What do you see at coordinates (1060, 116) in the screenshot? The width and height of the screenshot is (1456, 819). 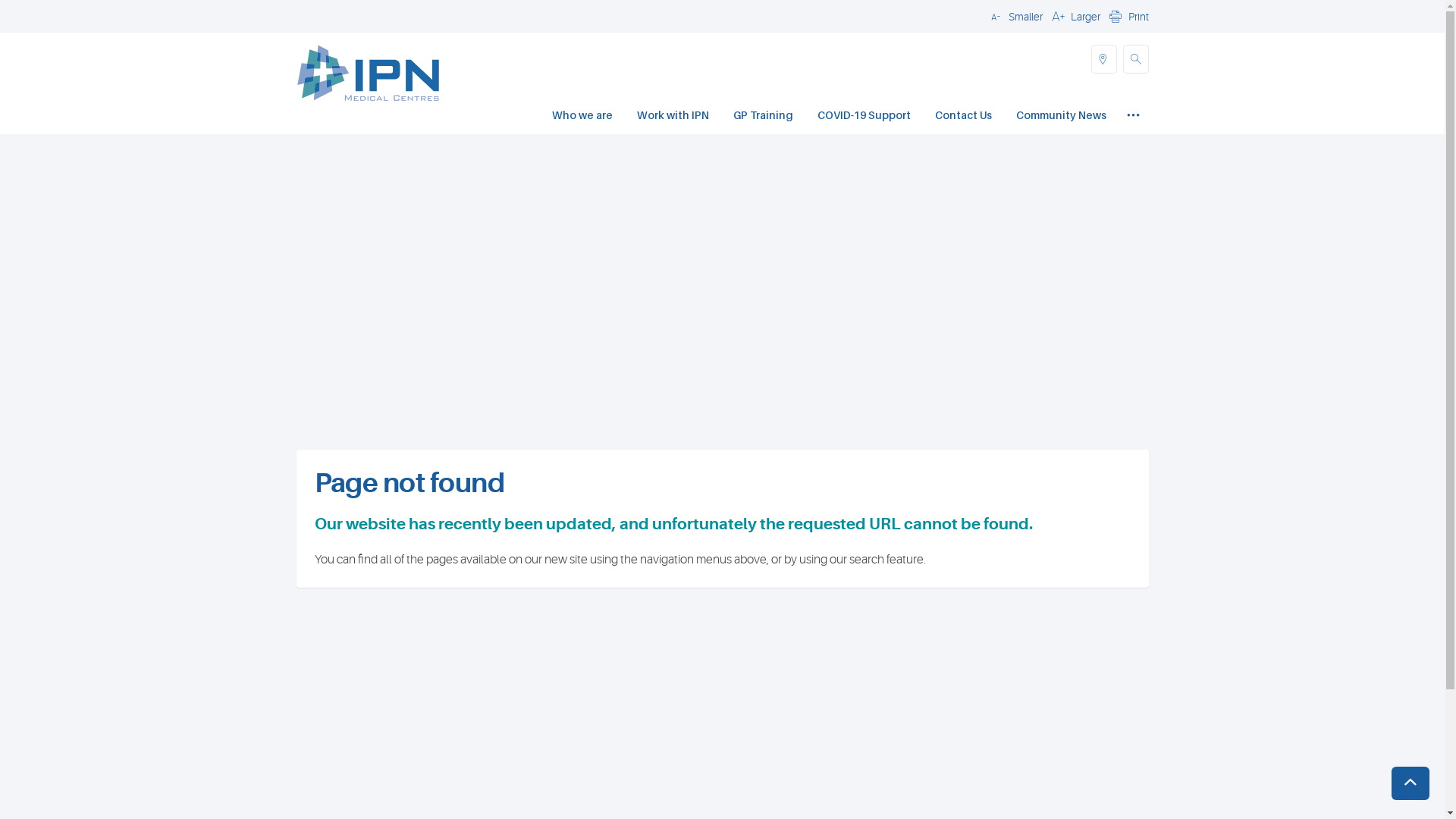 I see `'Community News'` at bounding box center [1060, 116].